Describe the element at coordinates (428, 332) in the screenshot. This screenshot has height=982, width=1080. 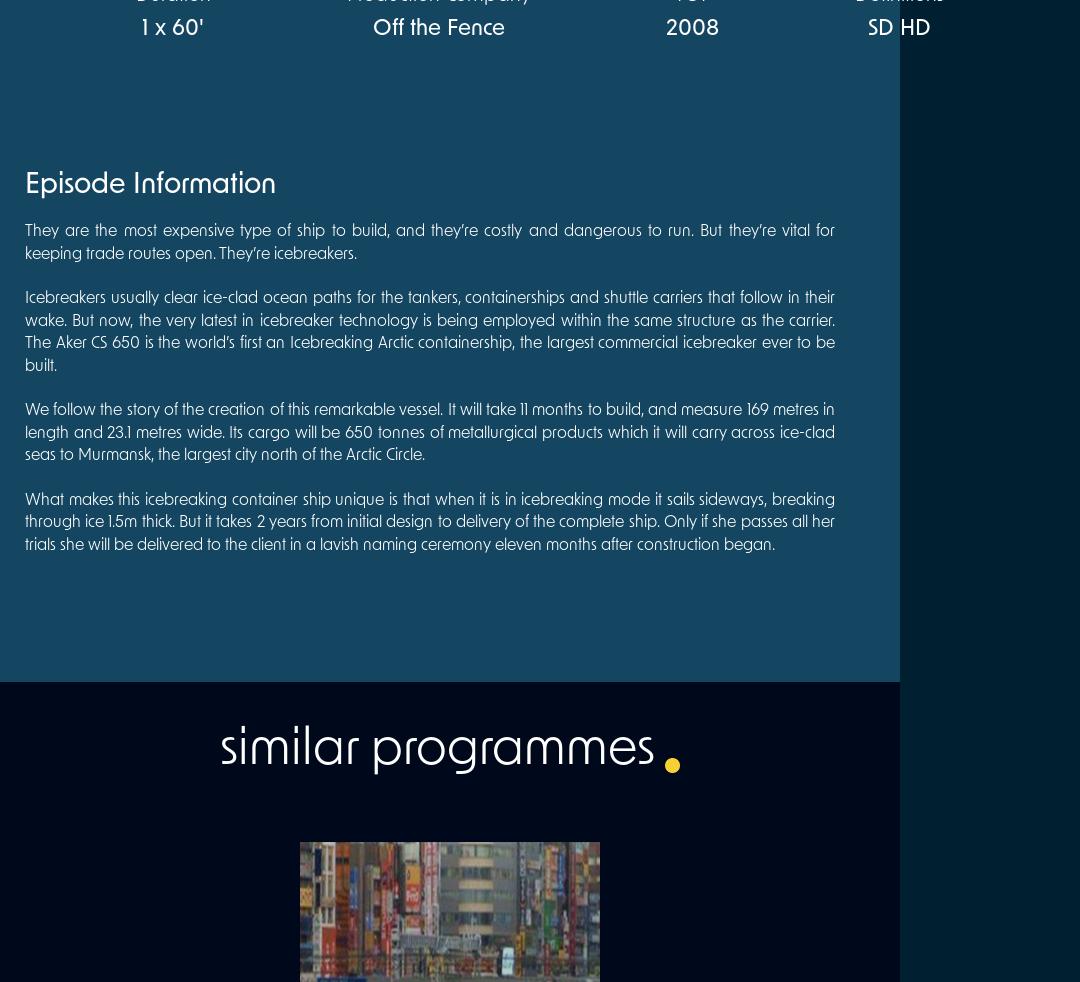
I see `'Icebreakers usually clear ice-clad ocean paths for the tankers, containerships and shuttle carriers that follow in their wake. But now, the very latest in icebreaker technology is being employed within the same structure as the carrier. The Aker CS 650 is the world’s first an Icebreaking Arctic containership, the largest commercial icebreaker ever to be built.'` at that location.